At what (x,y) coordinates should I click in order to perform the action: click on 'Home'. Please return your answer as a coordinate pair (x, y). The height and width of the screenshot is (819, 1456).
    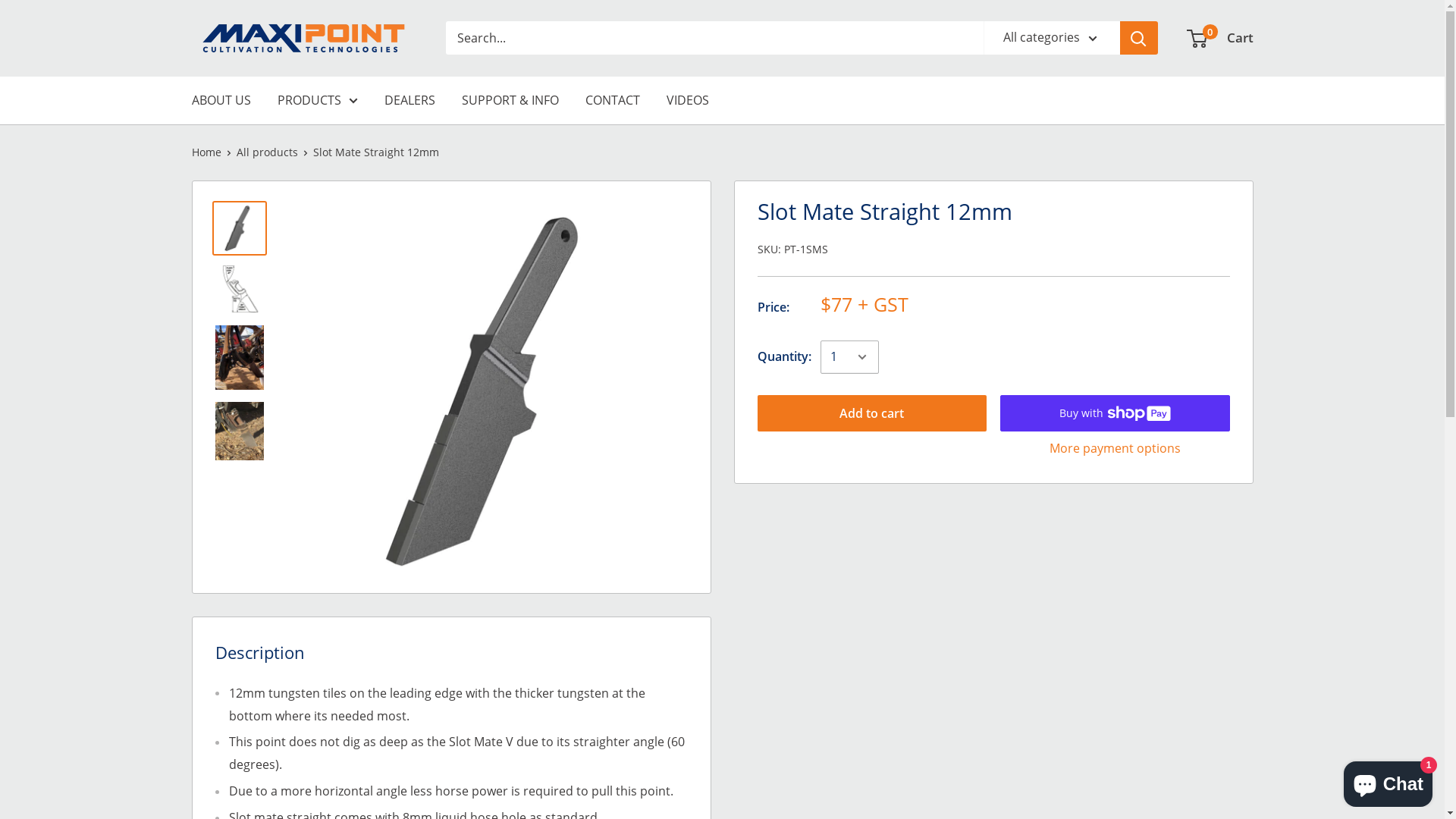
    Looking at the image, I should click on (205, 152).